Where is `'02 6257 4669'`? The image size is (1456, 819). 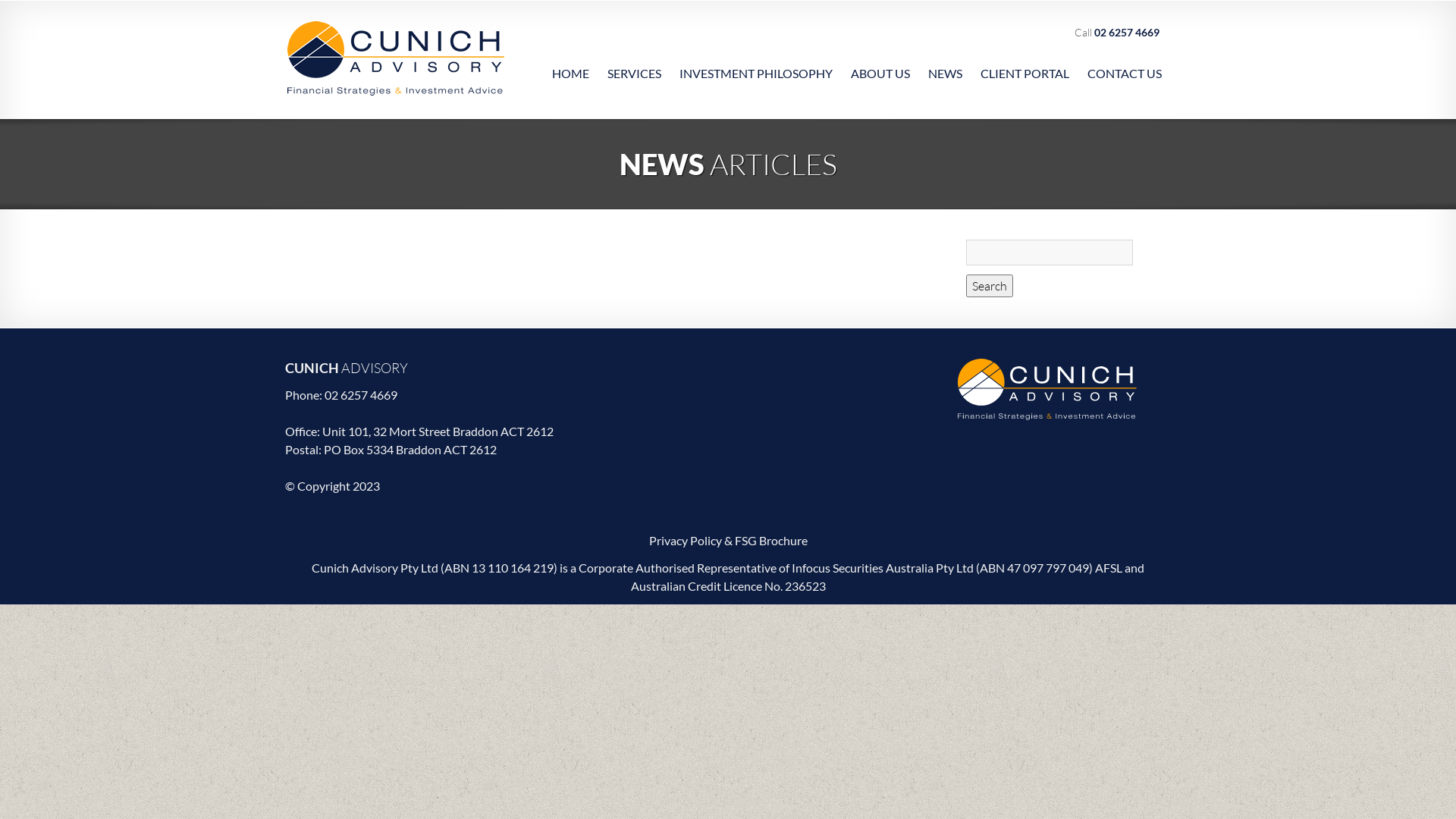 '02 6257 4669' is located at coordinates (1094, 32).